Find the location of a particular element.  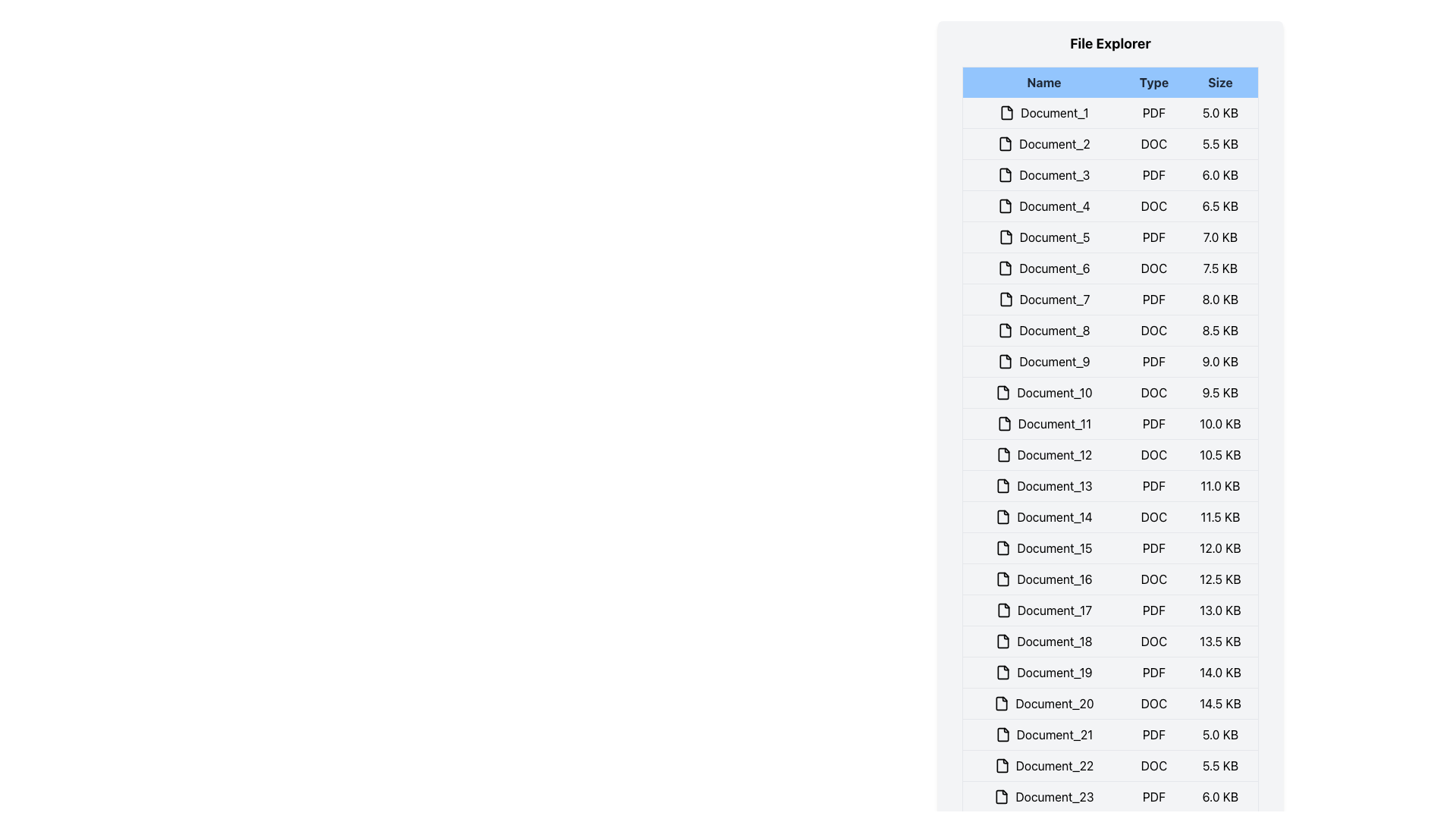

the label indicating the file format of the associated document in the 'Type' column of the table, located between 'Document_1' and '5.0 KB' is located at coordinates (1153, 112).